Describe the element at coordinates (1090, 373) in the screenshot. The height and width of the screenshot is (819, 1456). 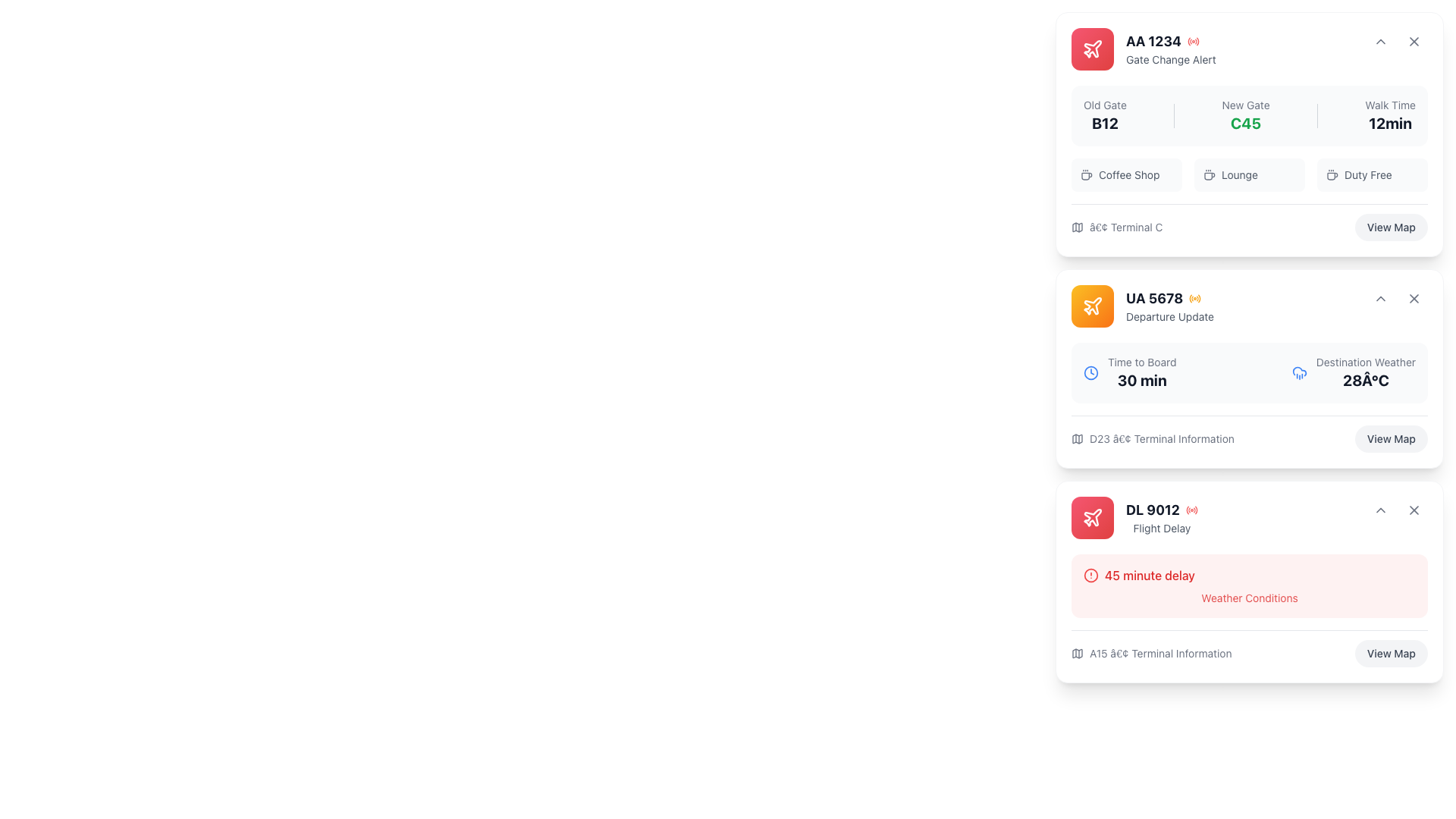
I see `the icon representing time, located on the left side of the 'Time to Board' text in the 'Departure Update' card for flight UA 5678` at that location.